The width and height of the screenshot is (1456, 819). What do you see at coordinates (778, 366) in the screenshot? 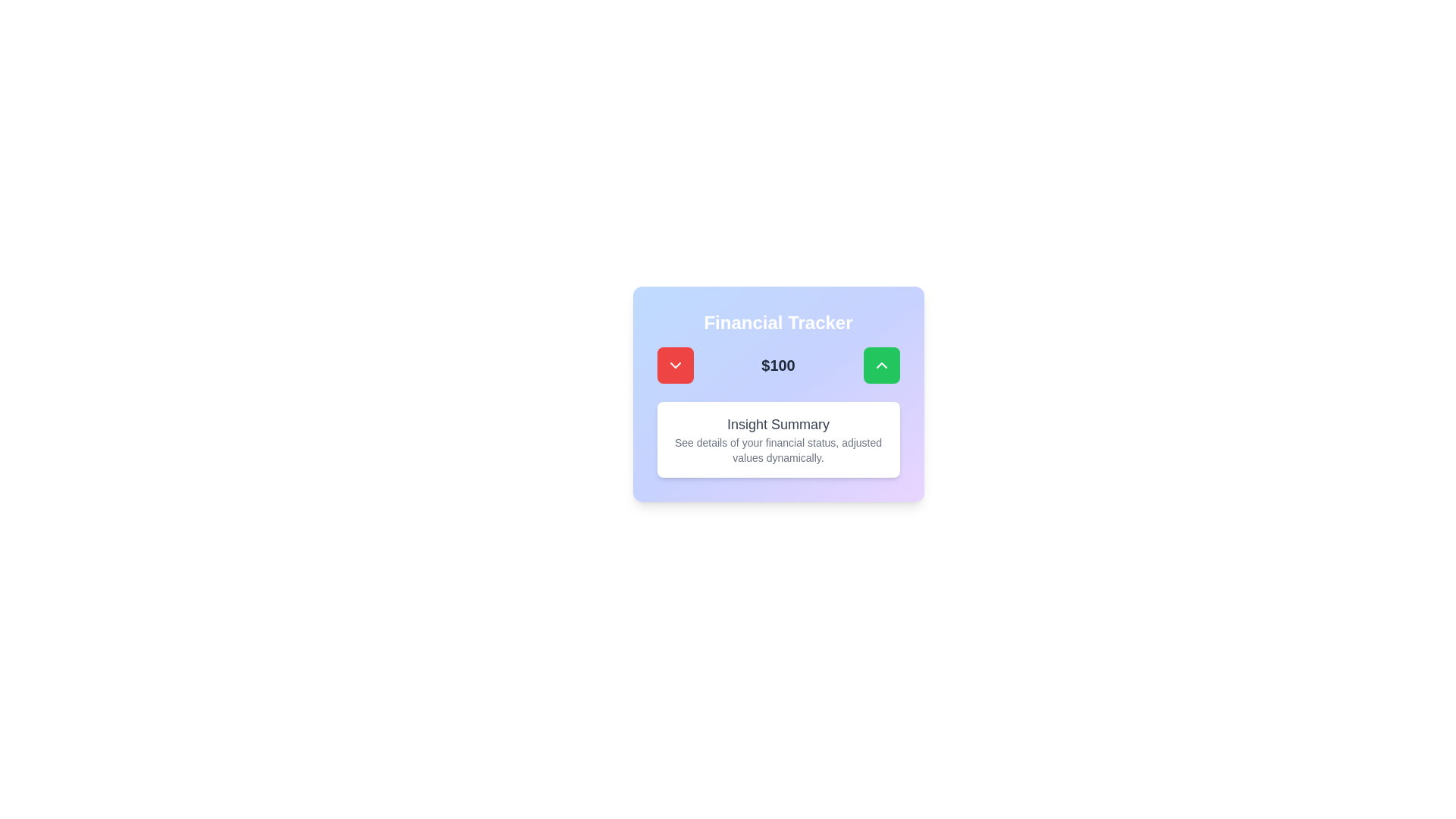
I see `the static text label displaying '$100' which is prominently styled in large bold gray font on a light blue background, located in the 'Financial Tracker' card component` at bounding box center [778, 366].